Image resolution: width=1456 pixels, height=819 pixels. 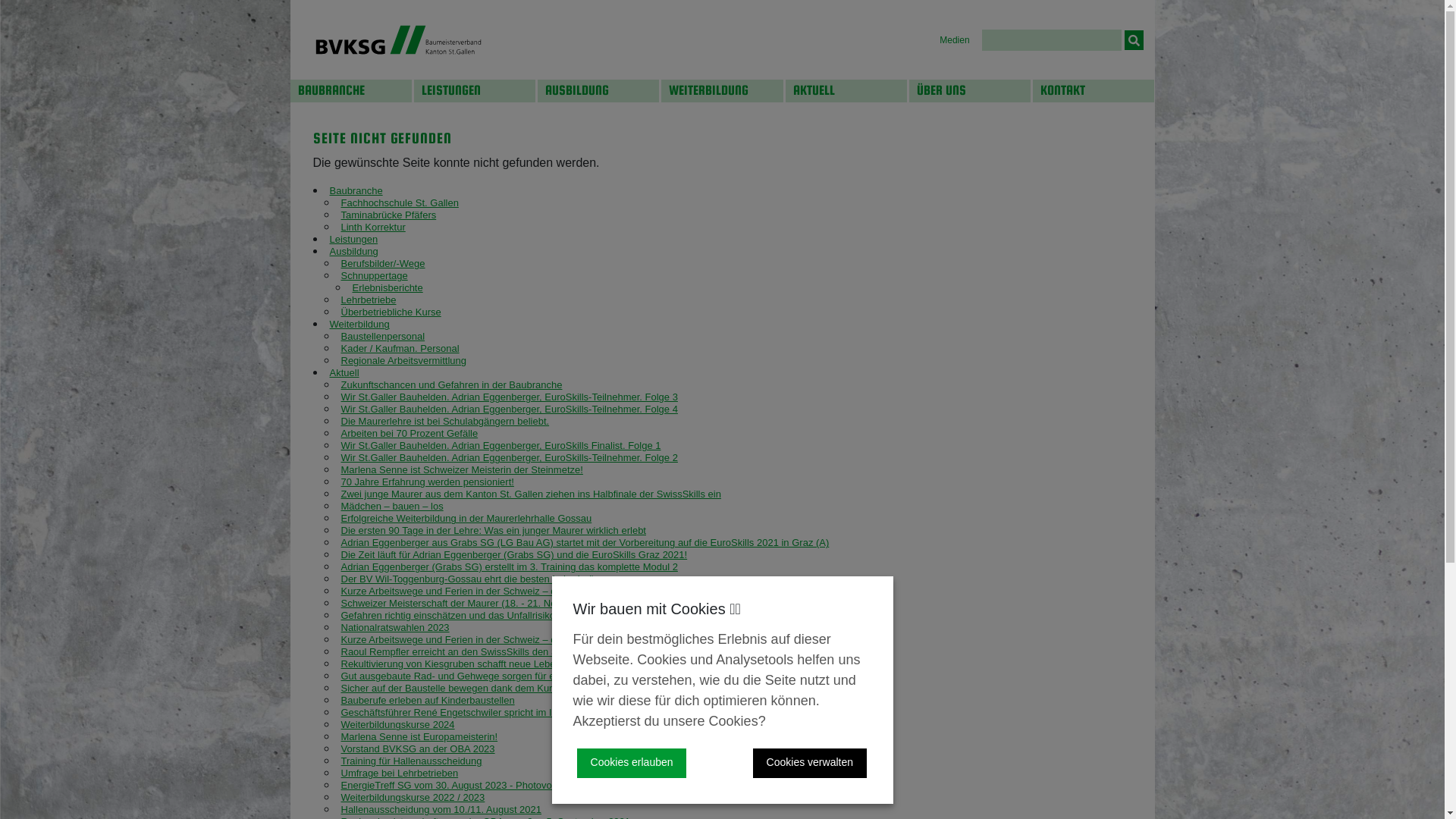 What do you see at coordinates (466, 517) in the screenshot?
I see `'Erfolgreiche Weiterbildung in der Maurerlehrhalle Gossau'` at bounding box center [466, 517].